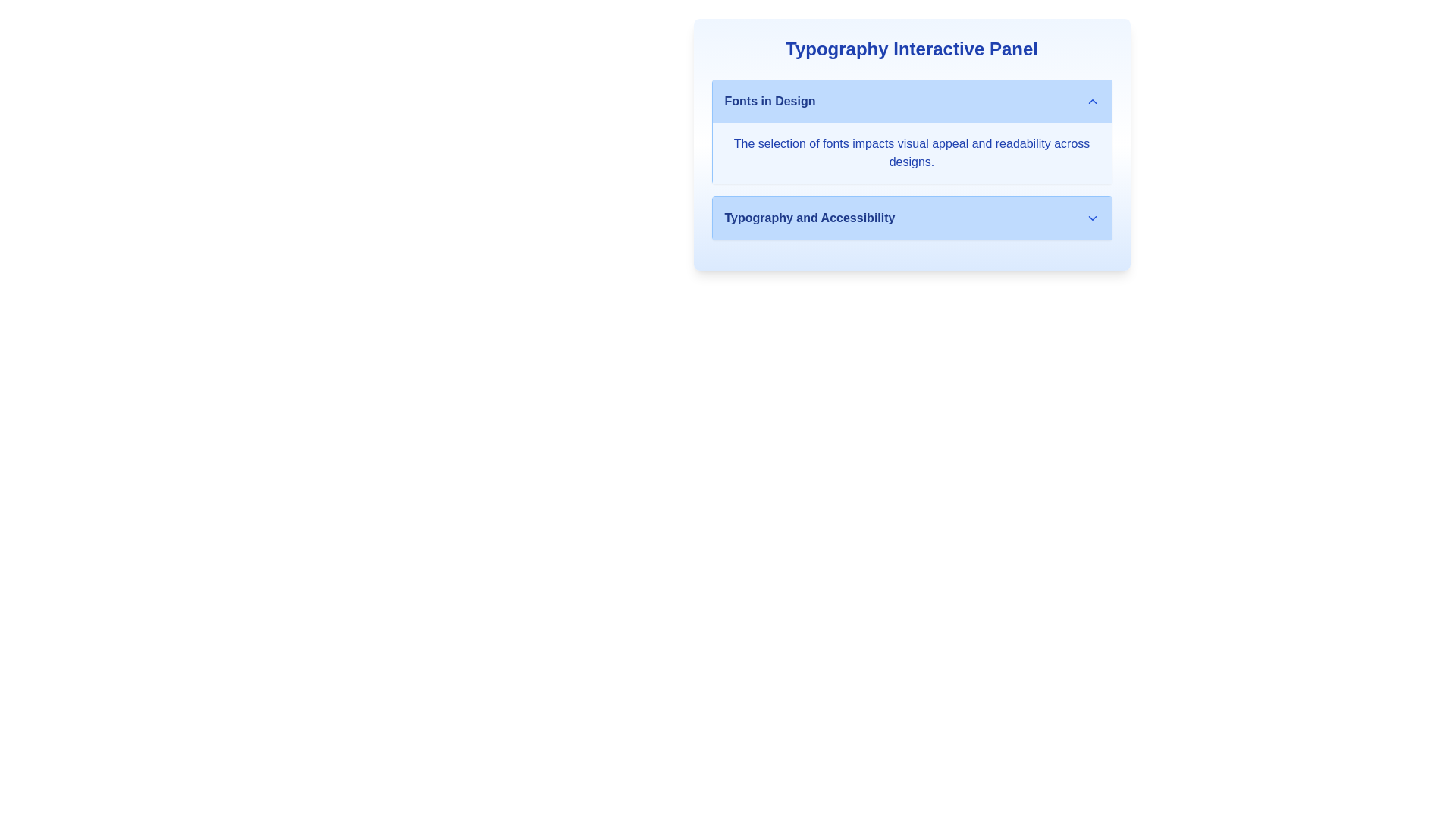 The height and width of the screenshot is (819, 1456). What do you see at coordinates (911, 130) in the screenshot?
I see `the first collapsible panel in the 'Typography Interactive Panel'` at bounding box center [911, 130].